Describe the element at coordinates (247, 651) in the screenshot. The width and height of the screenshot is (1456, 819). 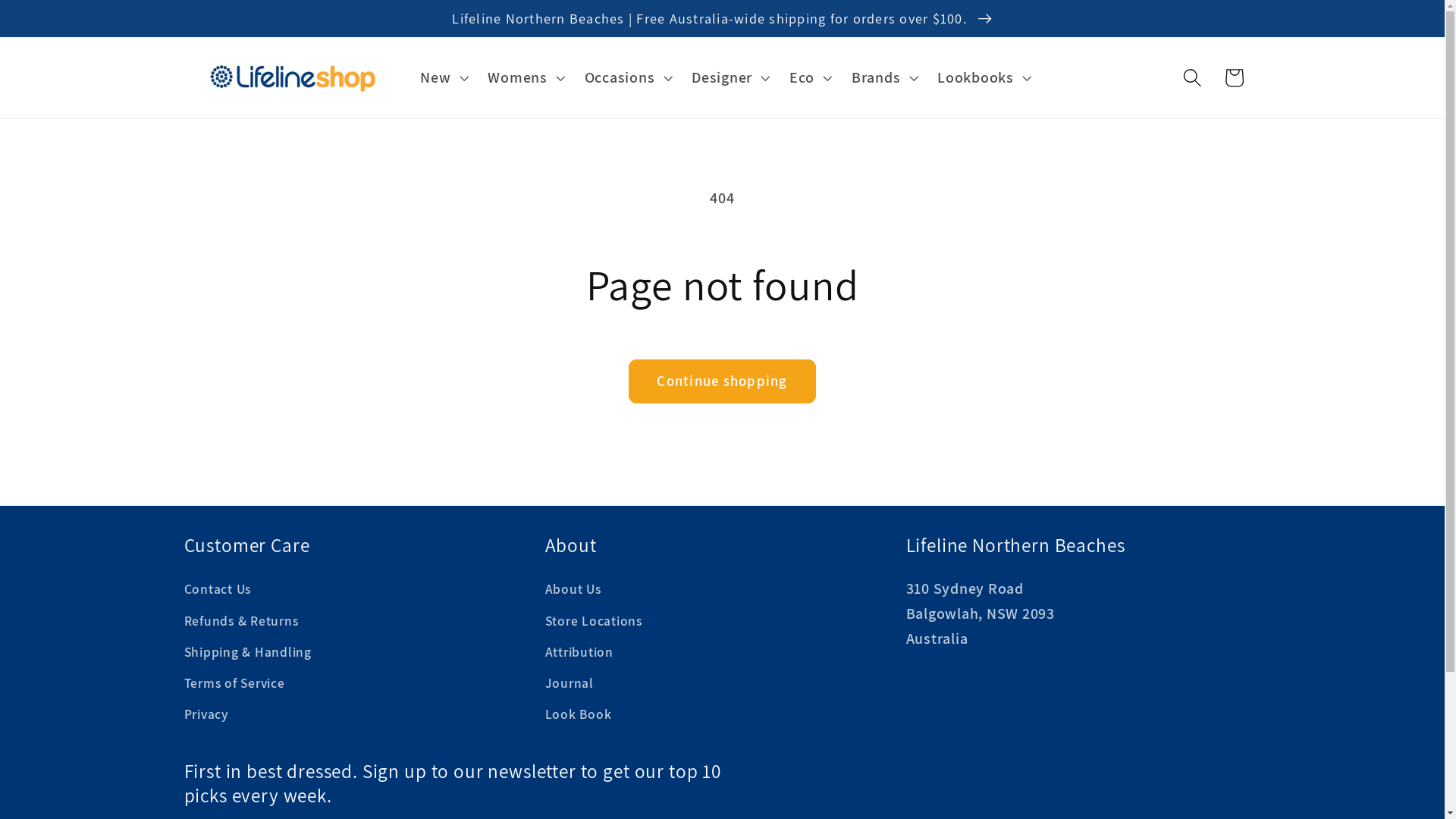
I see `'Shipping & Handling'` at that location.